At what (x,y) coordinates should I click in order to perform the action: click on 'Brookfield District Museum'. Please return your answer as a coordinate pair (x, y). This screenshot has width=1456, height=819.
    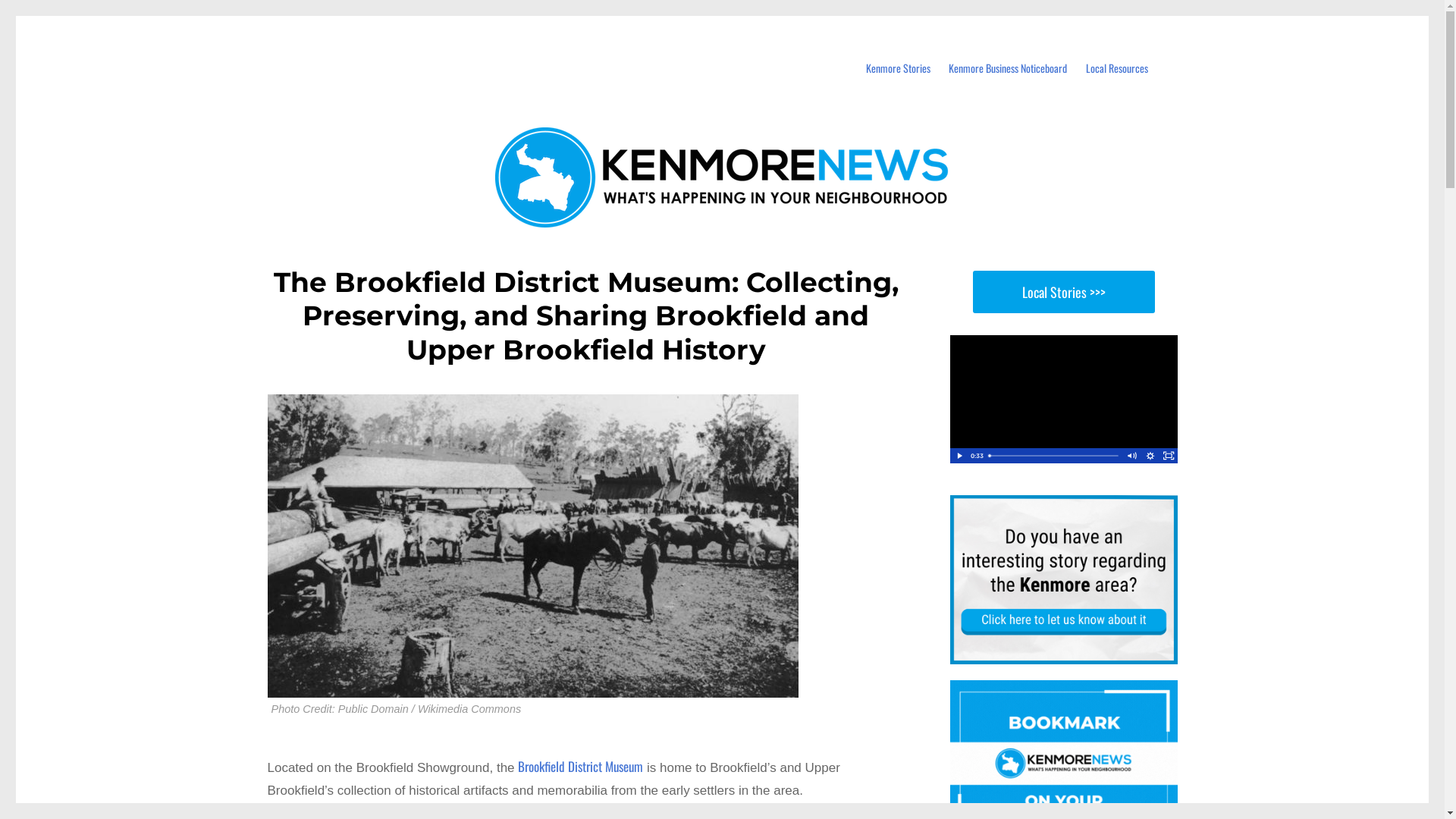
    Looking at the image, I should click on (517, 766).